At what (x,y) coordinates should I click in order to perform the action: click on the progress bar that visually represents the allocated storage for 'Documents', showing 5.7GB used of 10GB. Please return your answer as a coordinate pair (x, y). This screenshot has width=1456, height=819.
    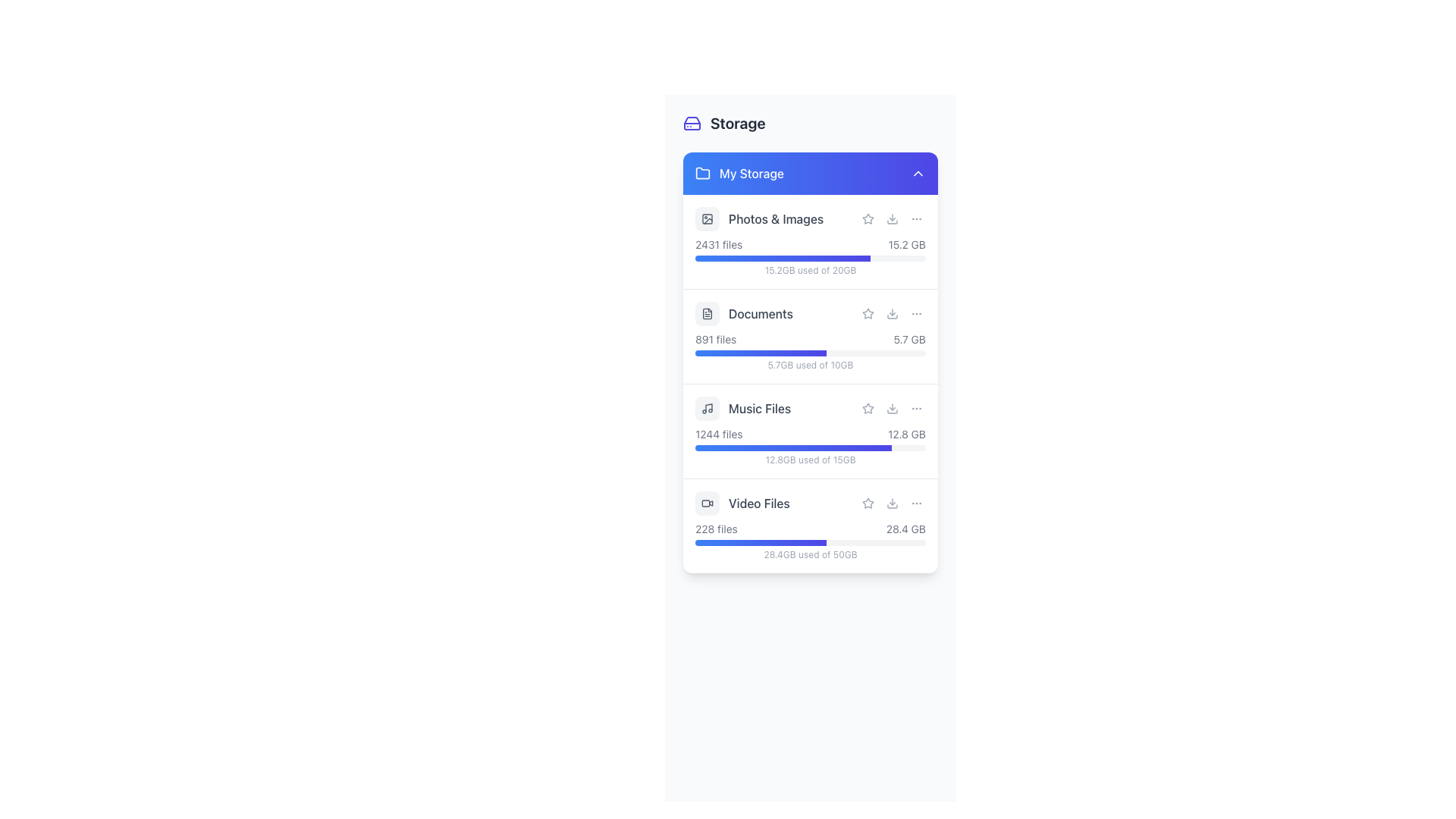
    Looking at the image, I should click on (761, 353).